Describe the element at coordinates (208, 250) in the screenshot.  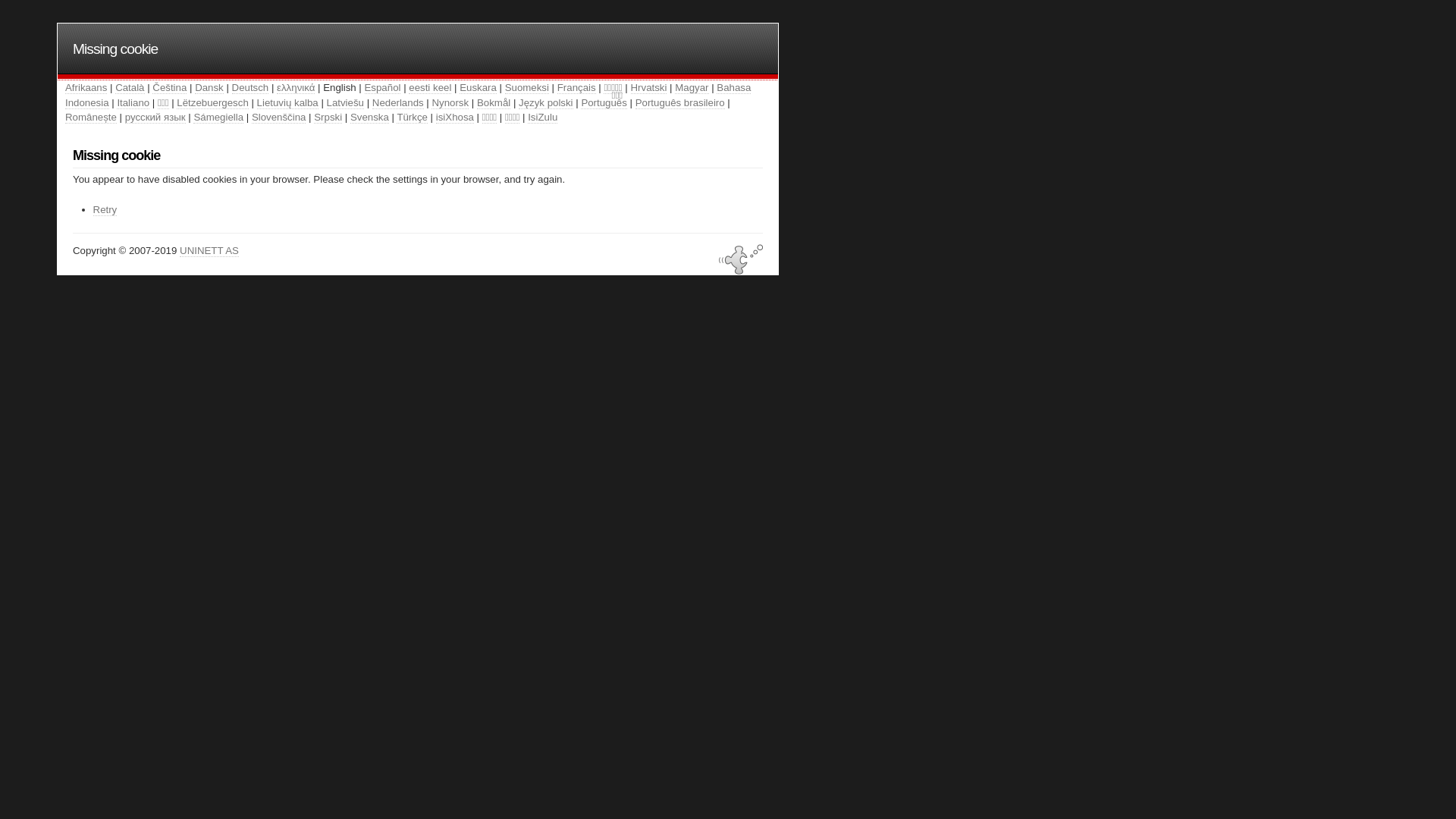
I see `'UNINETT AS'` at that location.